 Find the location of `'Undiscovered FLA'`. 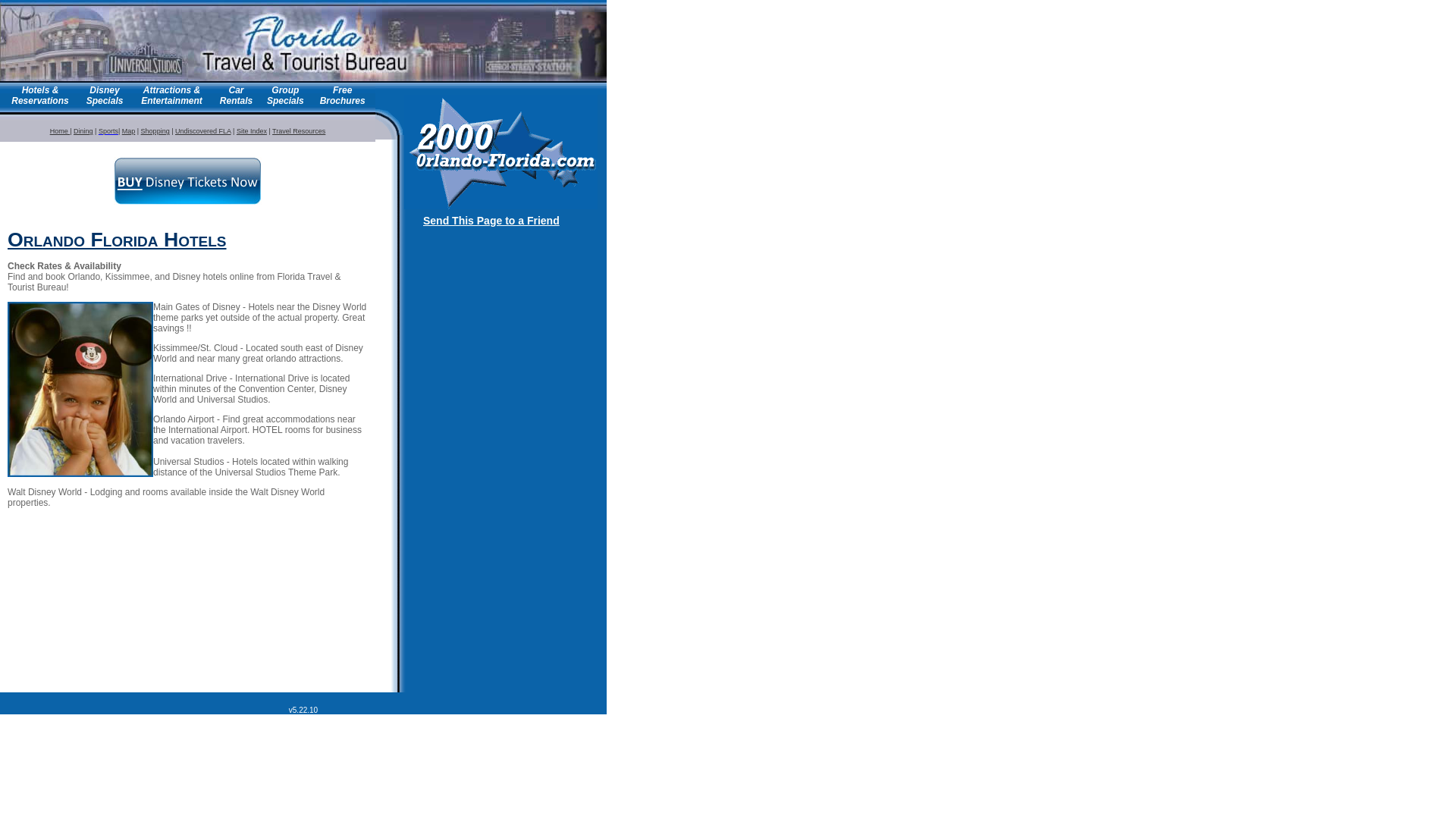

'Undiscovered FLA' is located at coordinates (202, 130).